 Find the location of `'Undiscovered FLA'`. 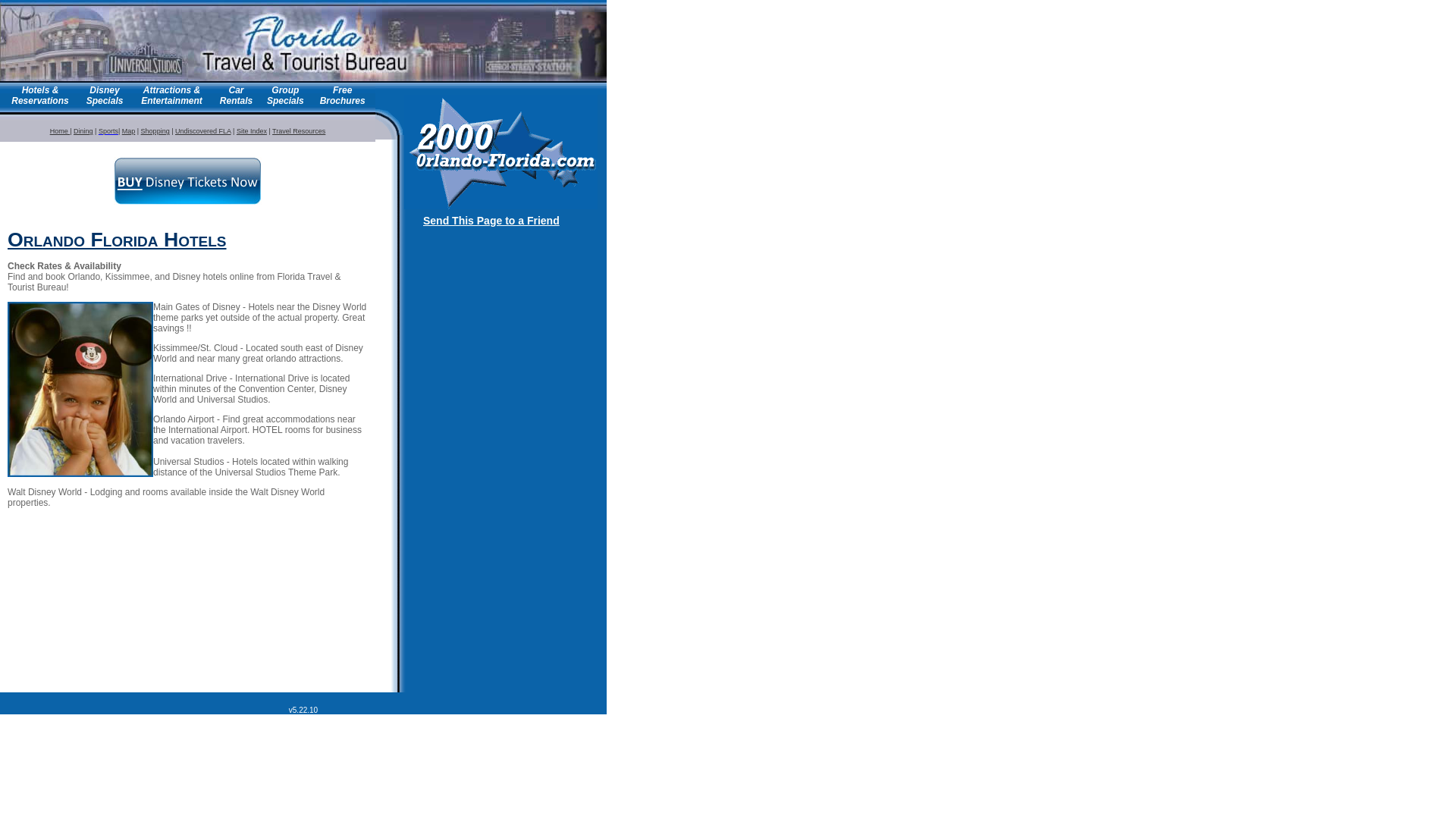

'Undiscovered FLA' is located at coordinates (202, 130).